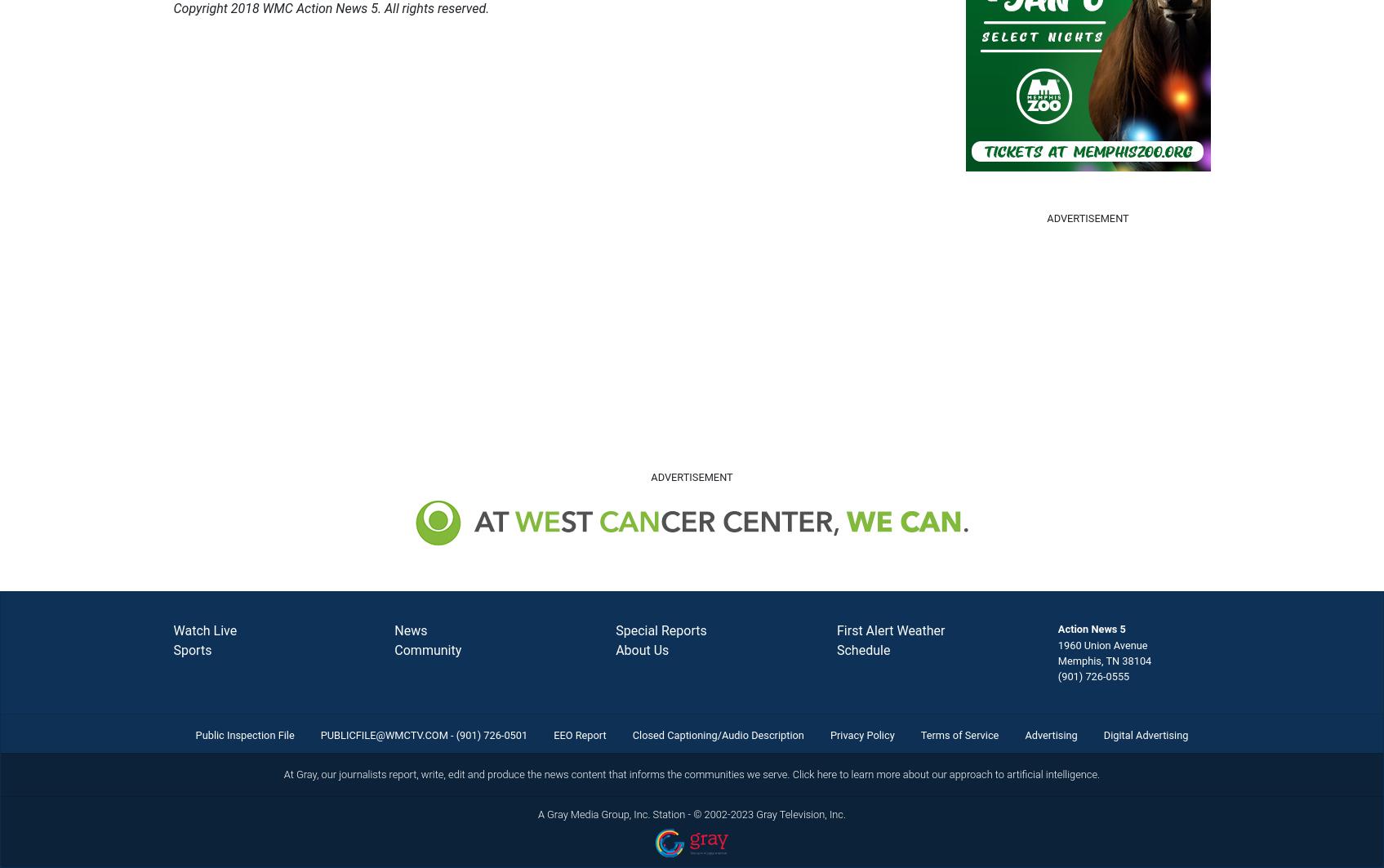 This screenshot has width=1384, height=868. Describe the element at coordinates (959, 734) in the screenshot. I see `'Terms of Service'` at that location.